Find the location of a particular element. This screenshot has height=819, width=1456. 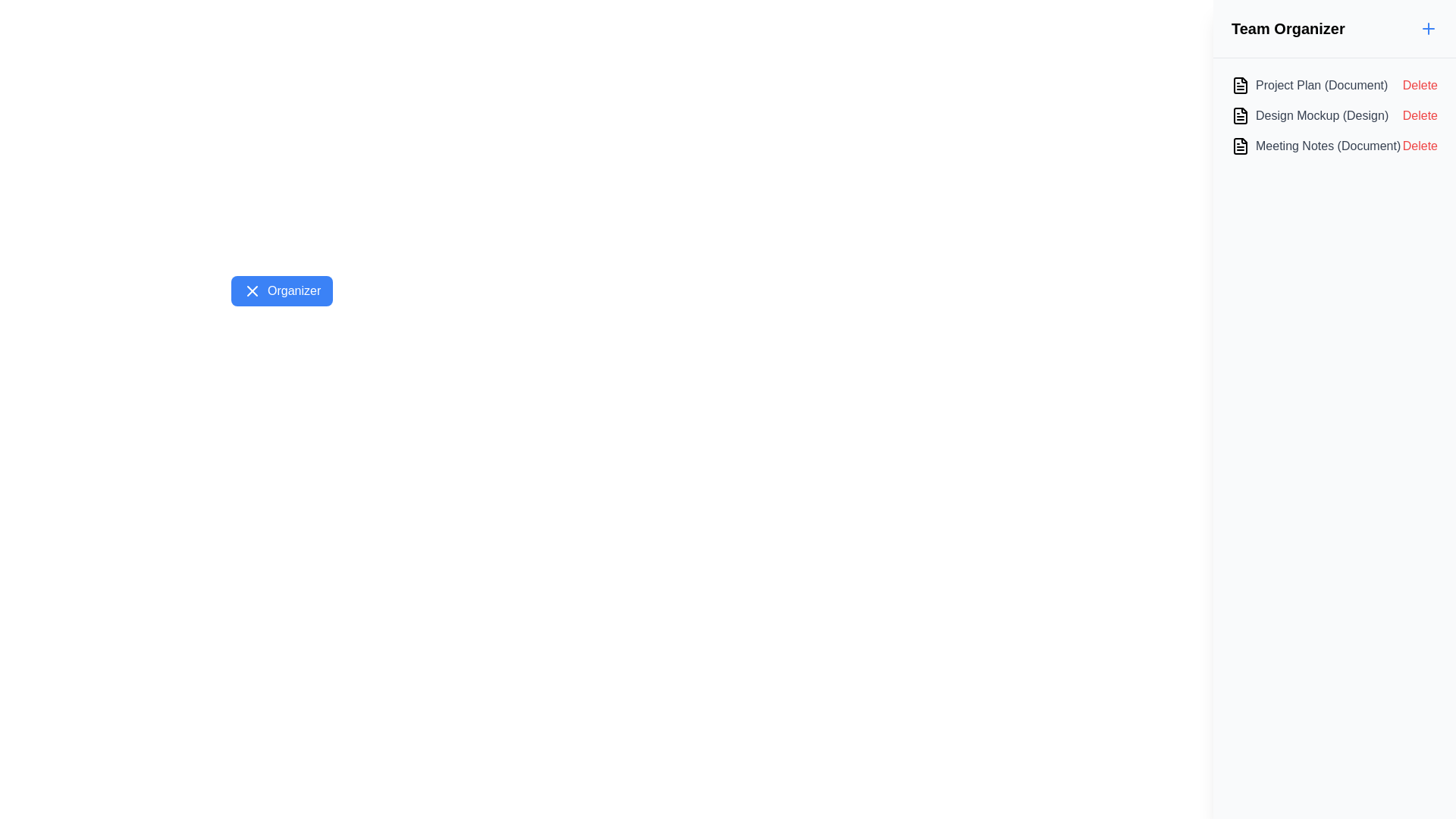

the document icon located in the second row of the vertical list in the right sidebar, which represents a document item associated with the text 'Design Mockup (Design)' is located at coordinates (1241, 115).